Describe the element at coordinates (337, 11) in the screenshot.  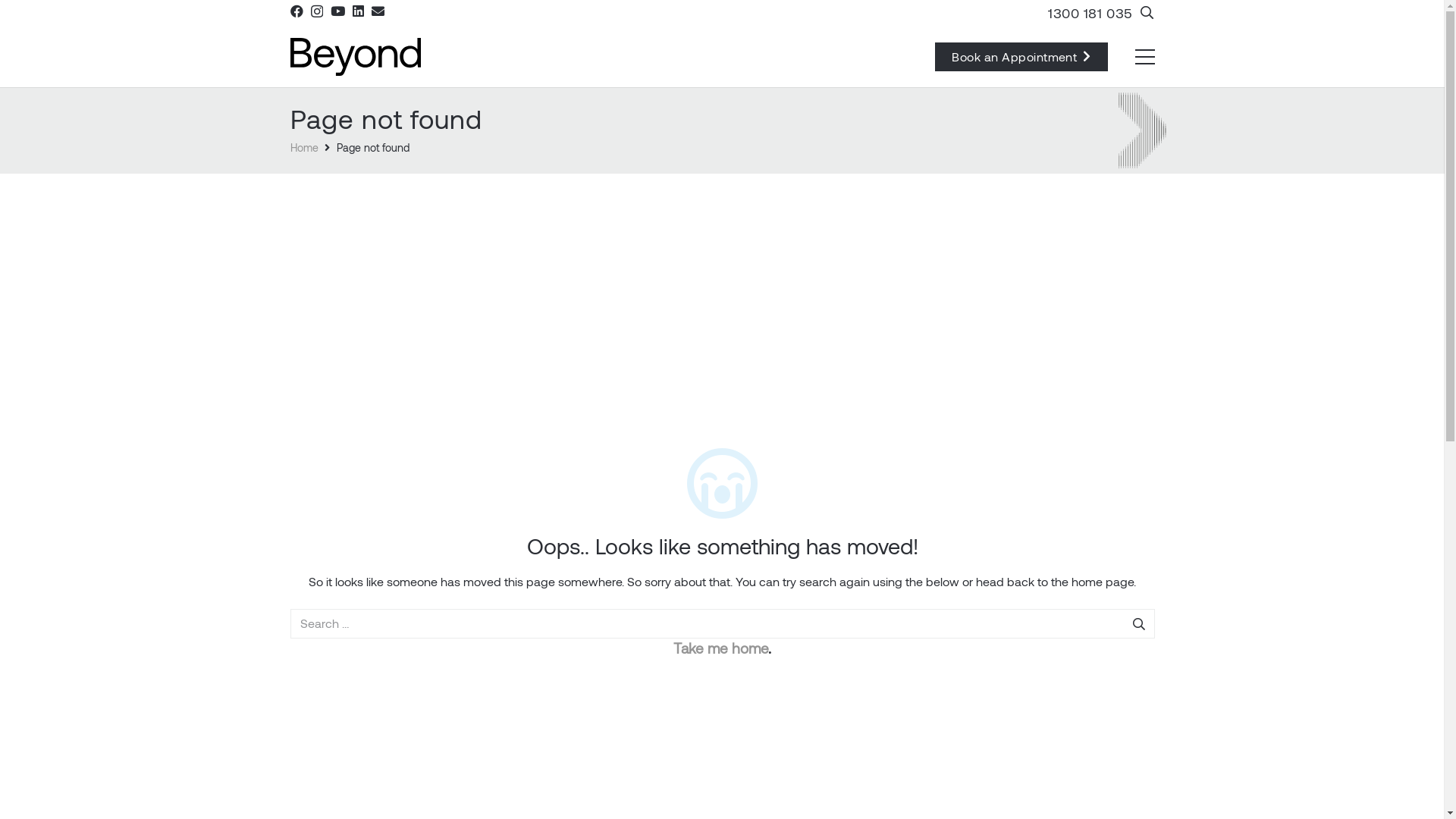
I see `'YouTube'` at that location.